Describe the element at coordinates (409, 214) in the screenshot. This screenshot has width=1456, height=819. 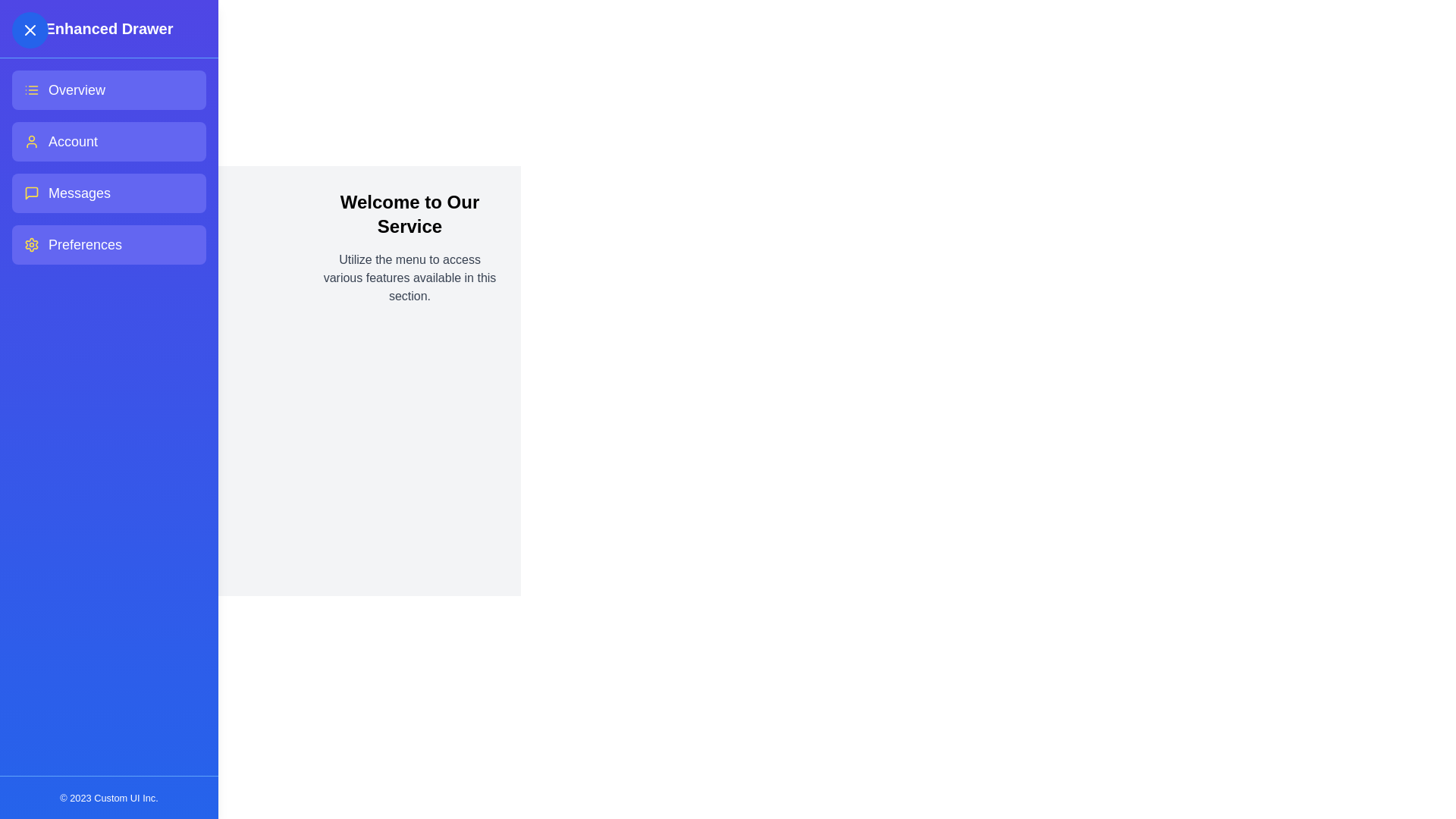
I see `the welcoming Text Header located at the top-left region of the main content area, which introduces the user to the main functionality of the application` at that location.